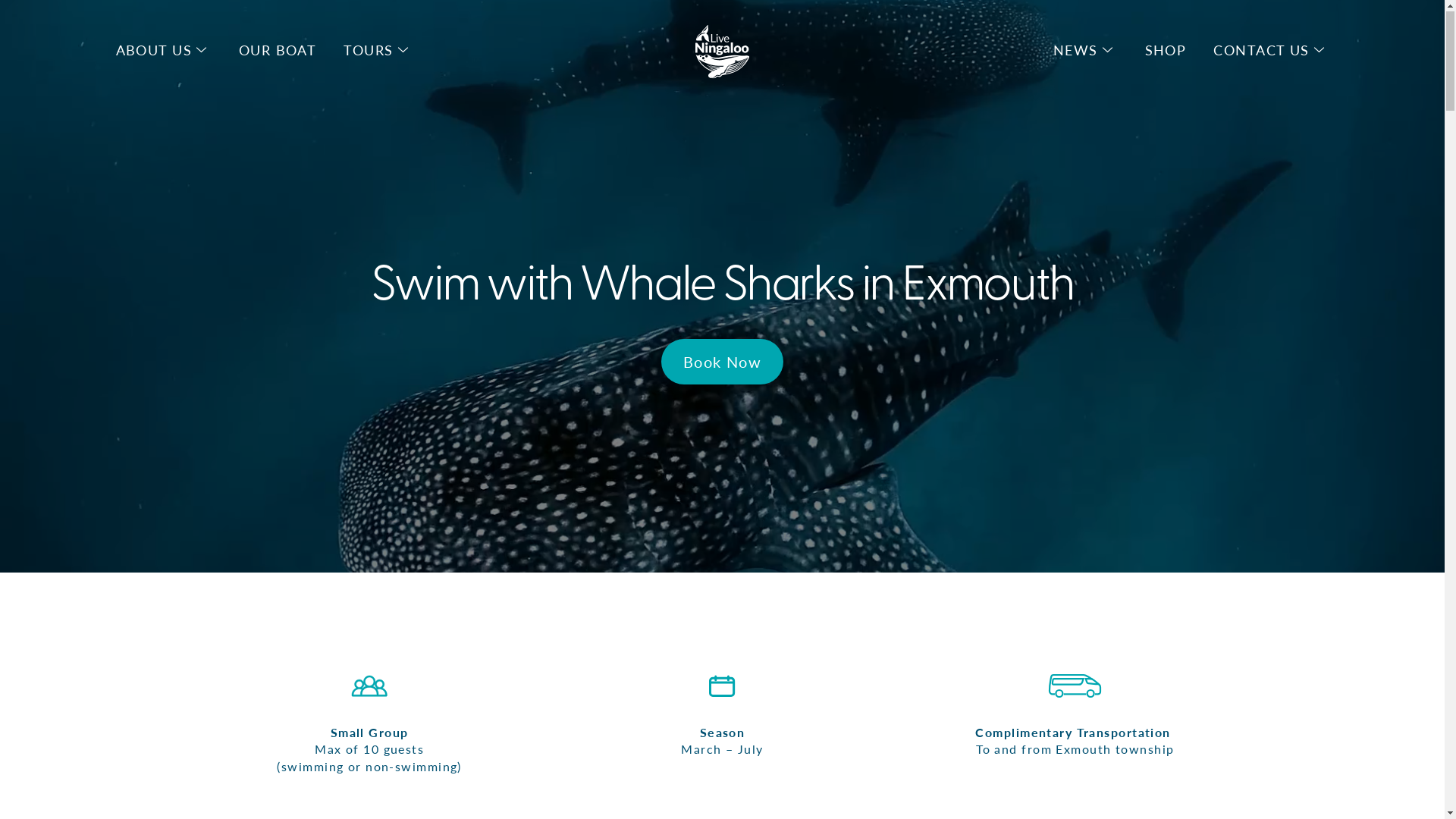 This screenshot has height=819, width=1456. Describe the element at coordinates (1318, 49) in the screenshot. I see `'Show sub menu'` at that location.